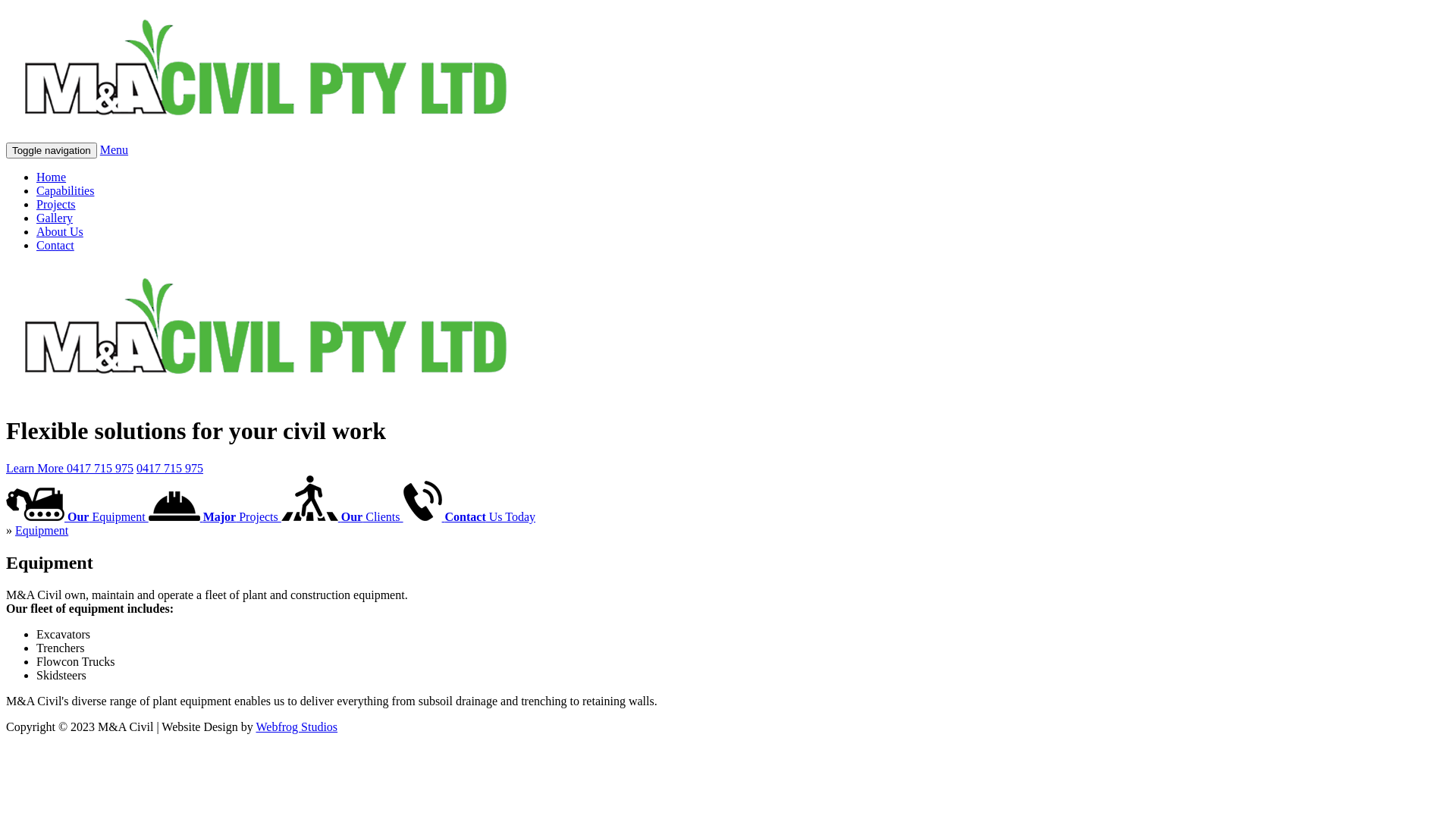 This screenshot has height=819, width=1456. I want to click on 'Capabilities', so click(64, 190).